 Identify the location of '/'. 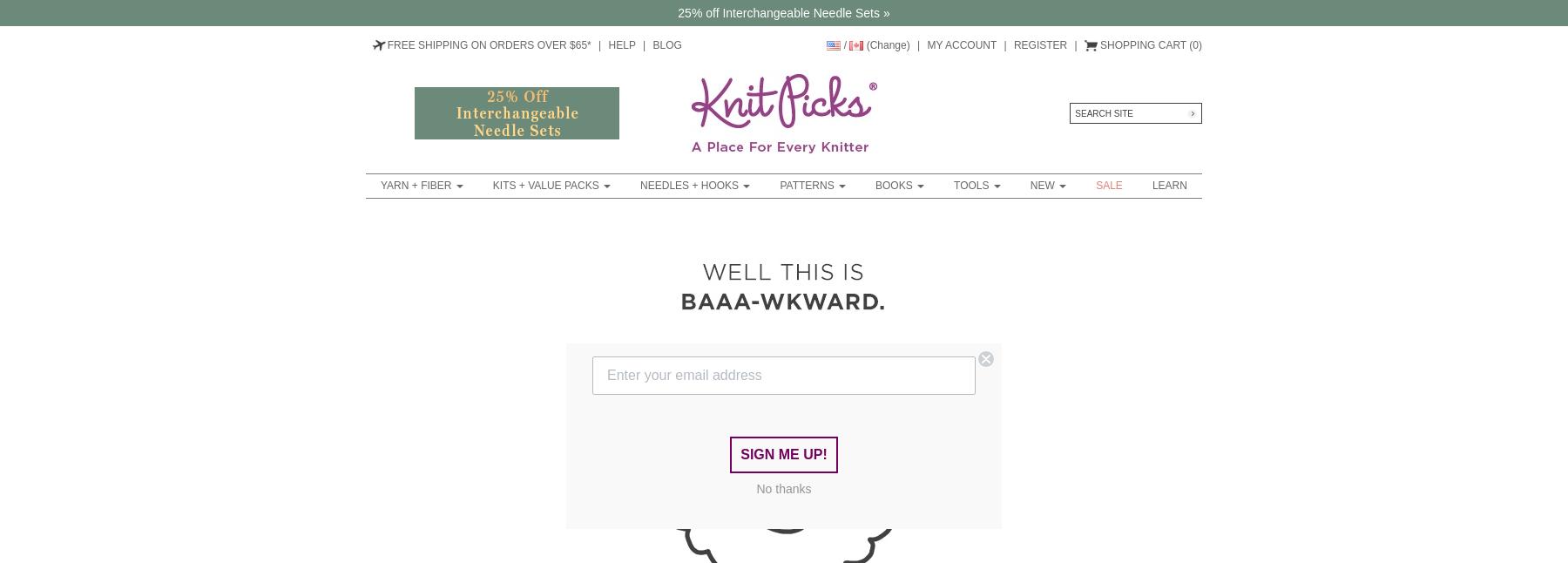
(844, 44).